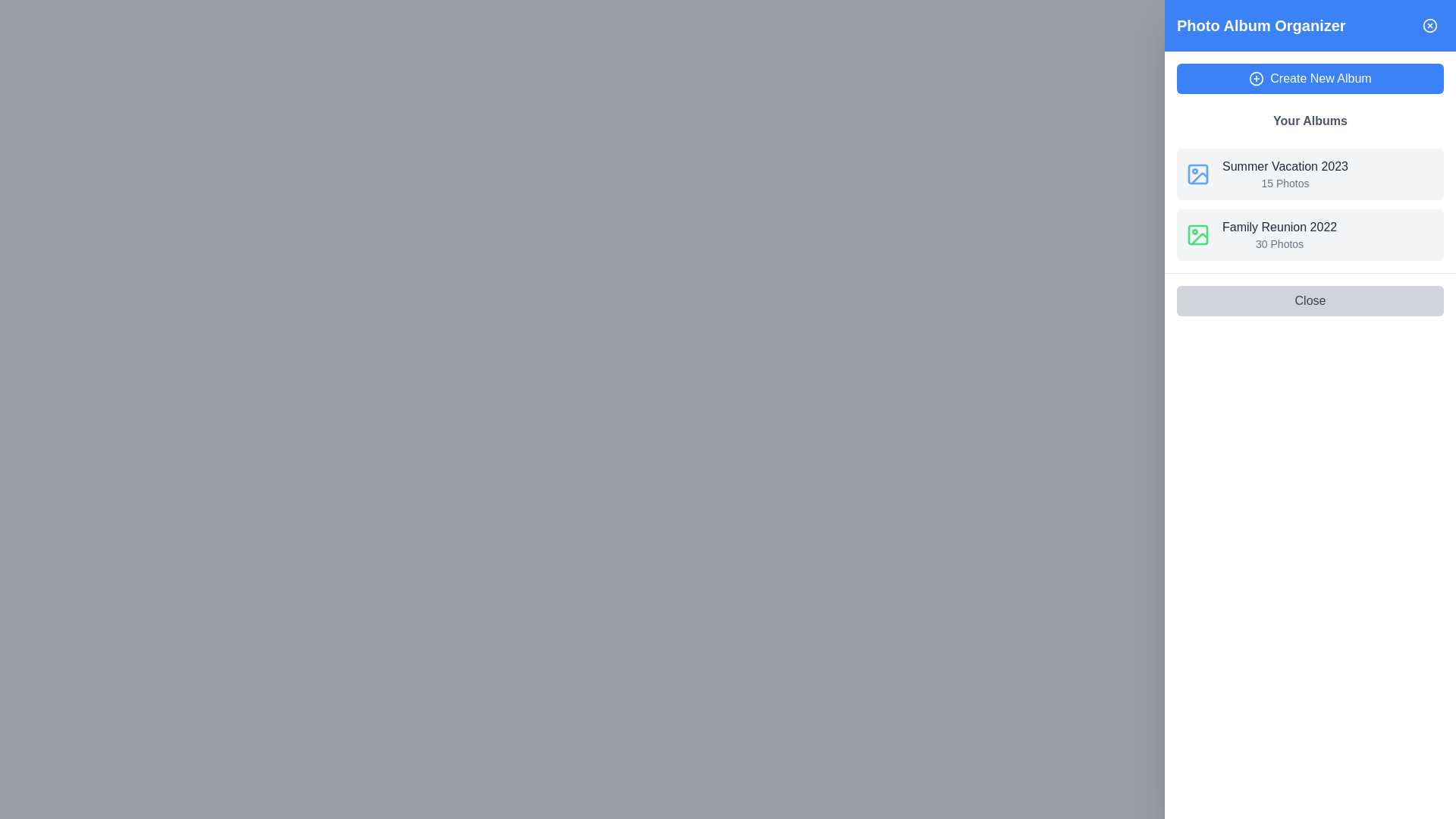  Describe the element at coordinates (1320, 79) in the screenshot. I see `text content of the text label that describes the action to create a new photo album, positioned to the right of a circular plus icon in the top aligned button group` at that location.